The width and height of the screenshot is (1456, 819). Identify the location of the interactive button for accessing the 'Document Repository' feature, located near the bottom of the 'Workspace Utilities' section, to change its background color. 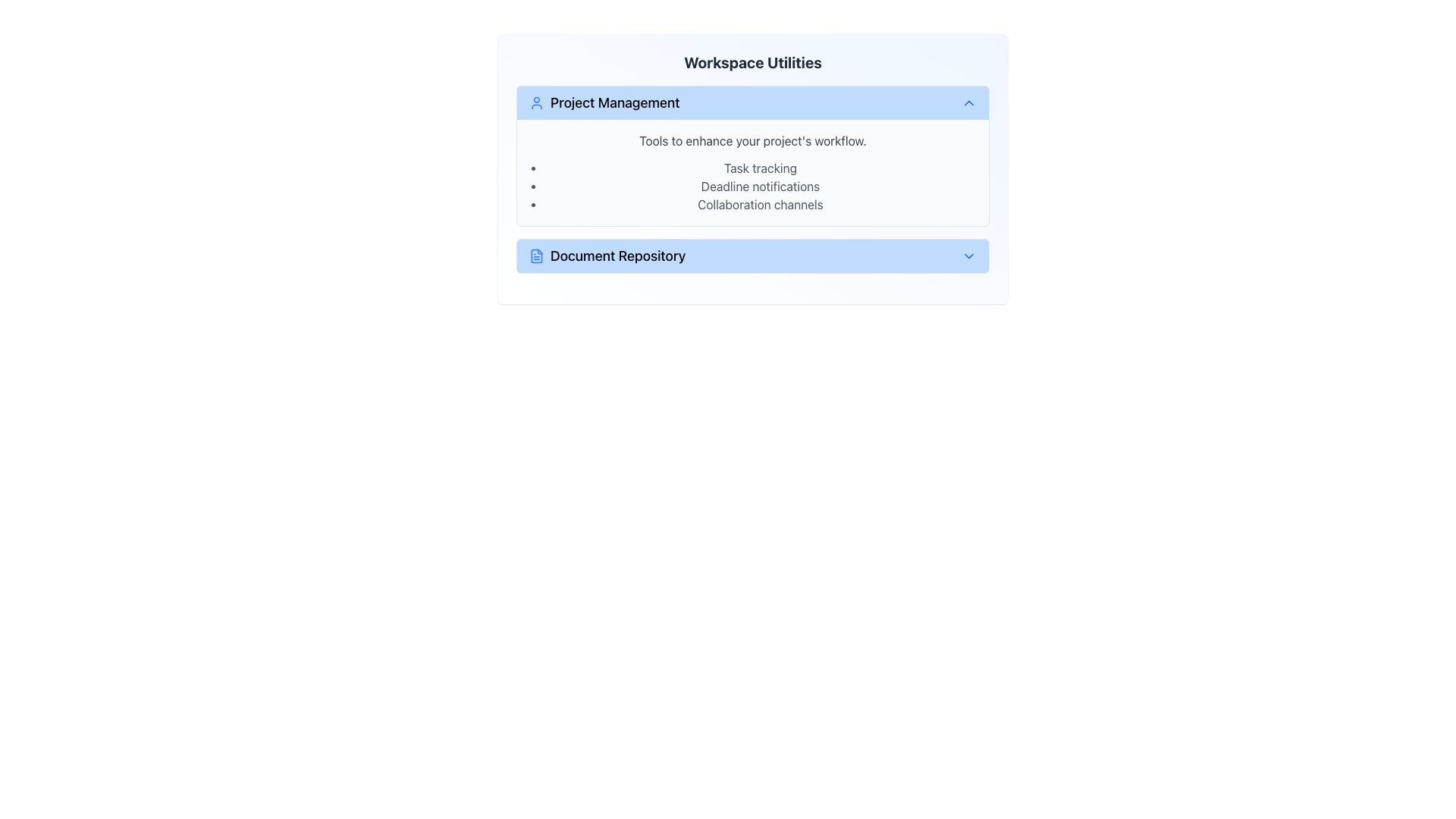
(753, 256).